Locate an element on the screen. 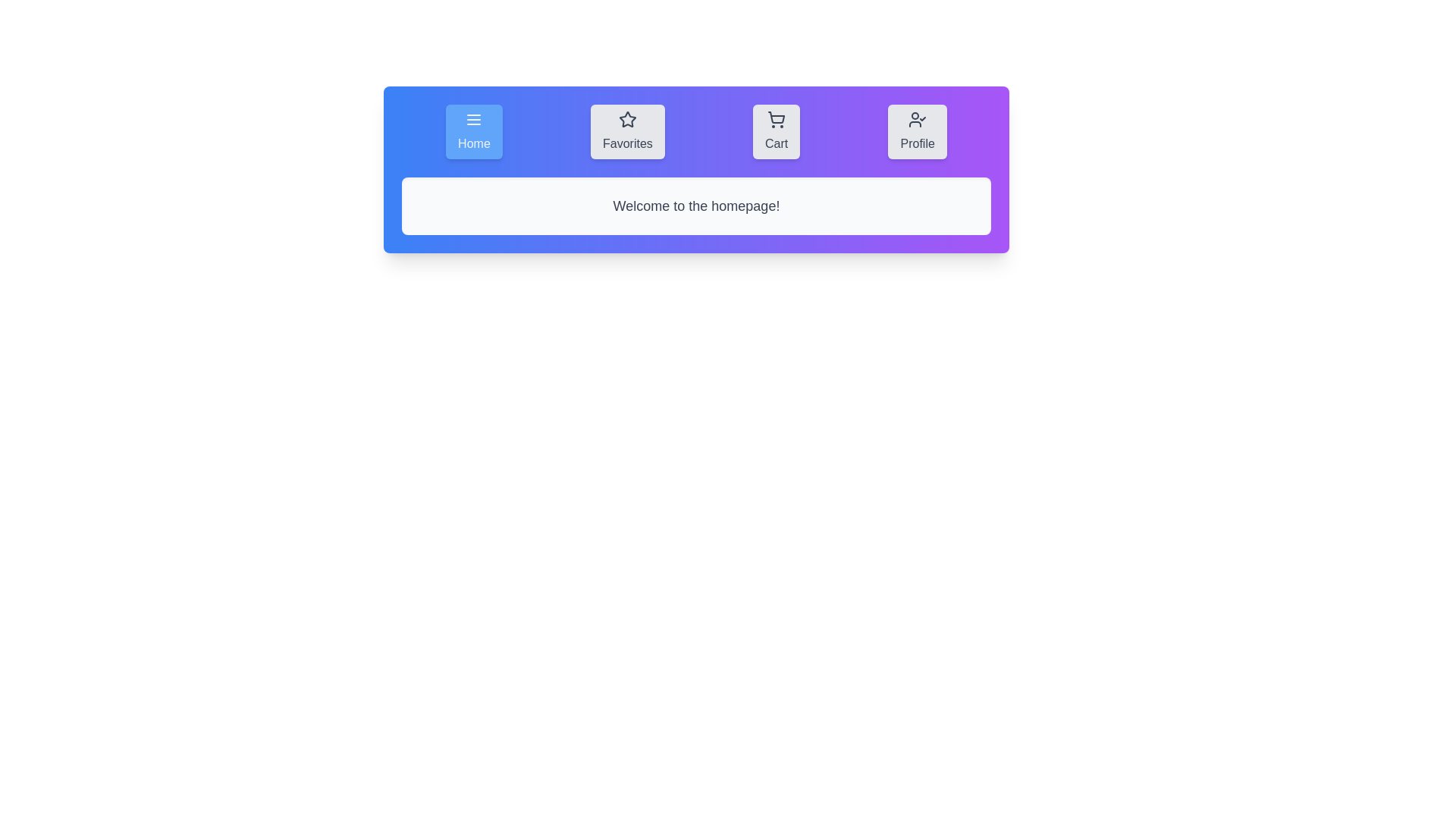 The image size is (1456, 819). the 'Profile' text label, which serves as a navigation option for the 'Profile' button in the horizontal menu bar is located at coordinates (917, 143).